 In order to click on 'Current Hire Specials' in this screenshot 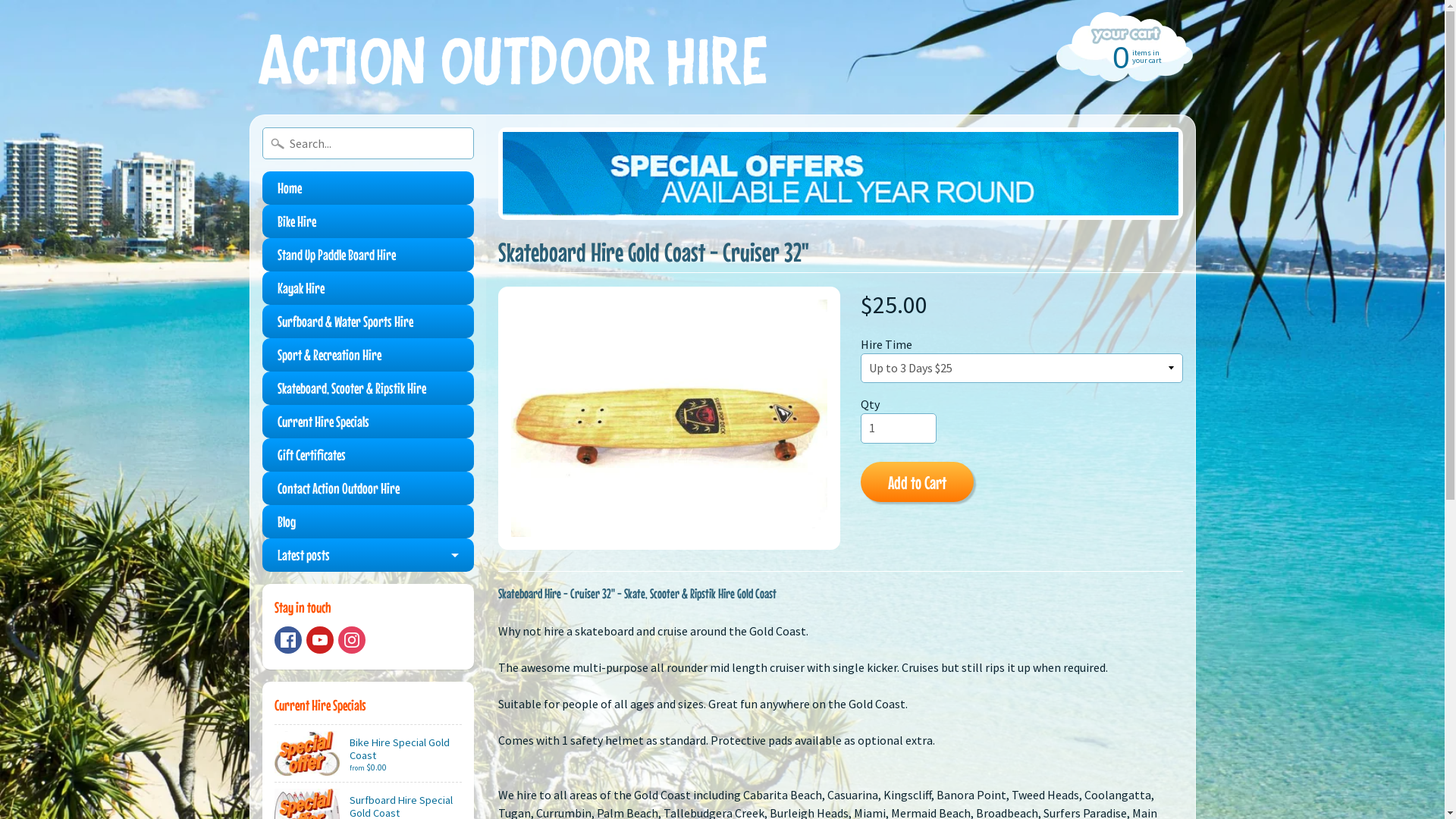, I will do `click(368, 421)`.